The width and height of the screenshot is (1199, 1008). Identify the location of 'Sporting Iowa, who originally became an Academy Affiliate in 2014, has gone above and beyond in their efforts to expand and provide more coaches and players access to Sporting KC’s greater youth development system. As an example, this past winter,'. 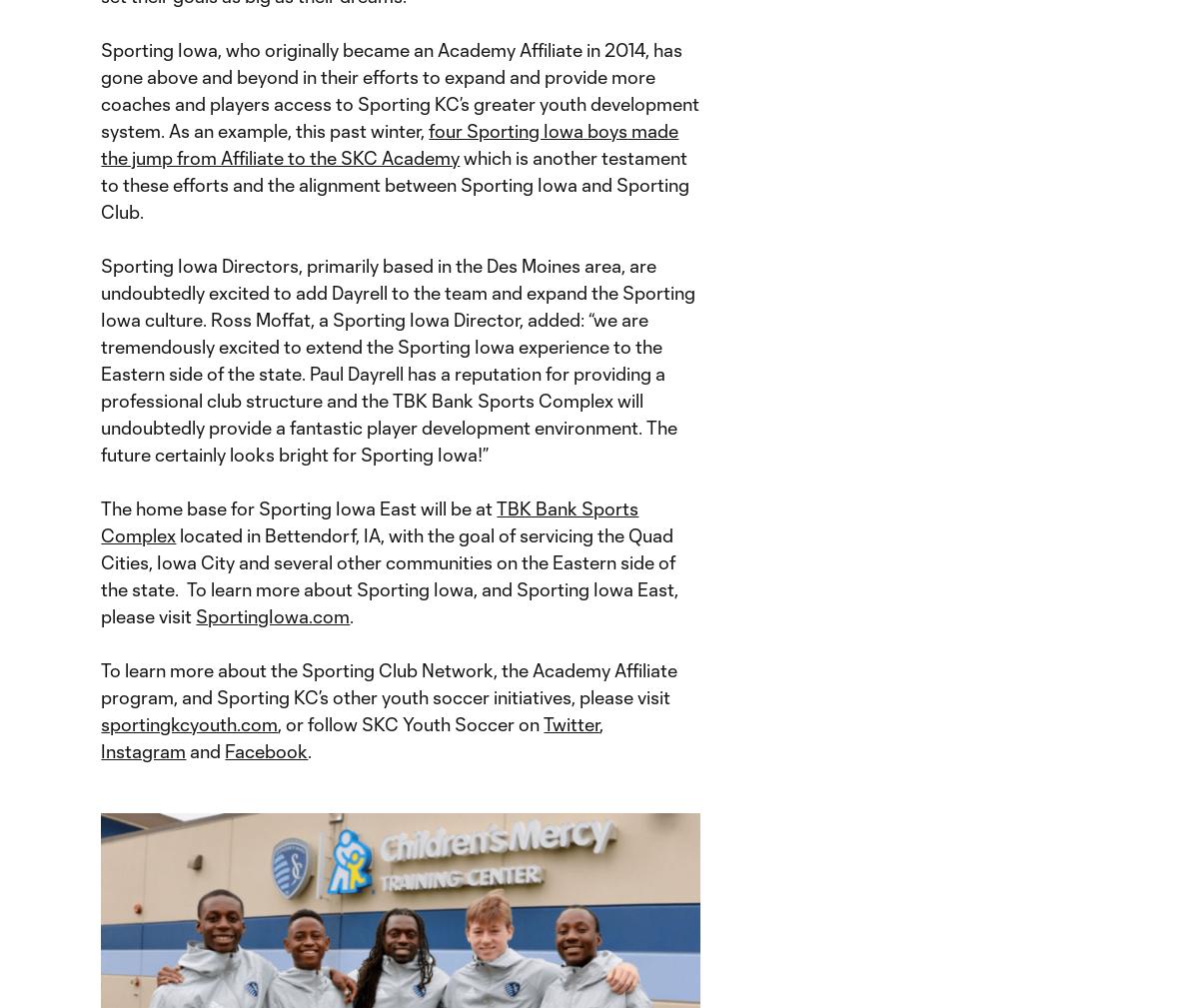
(400, 89).